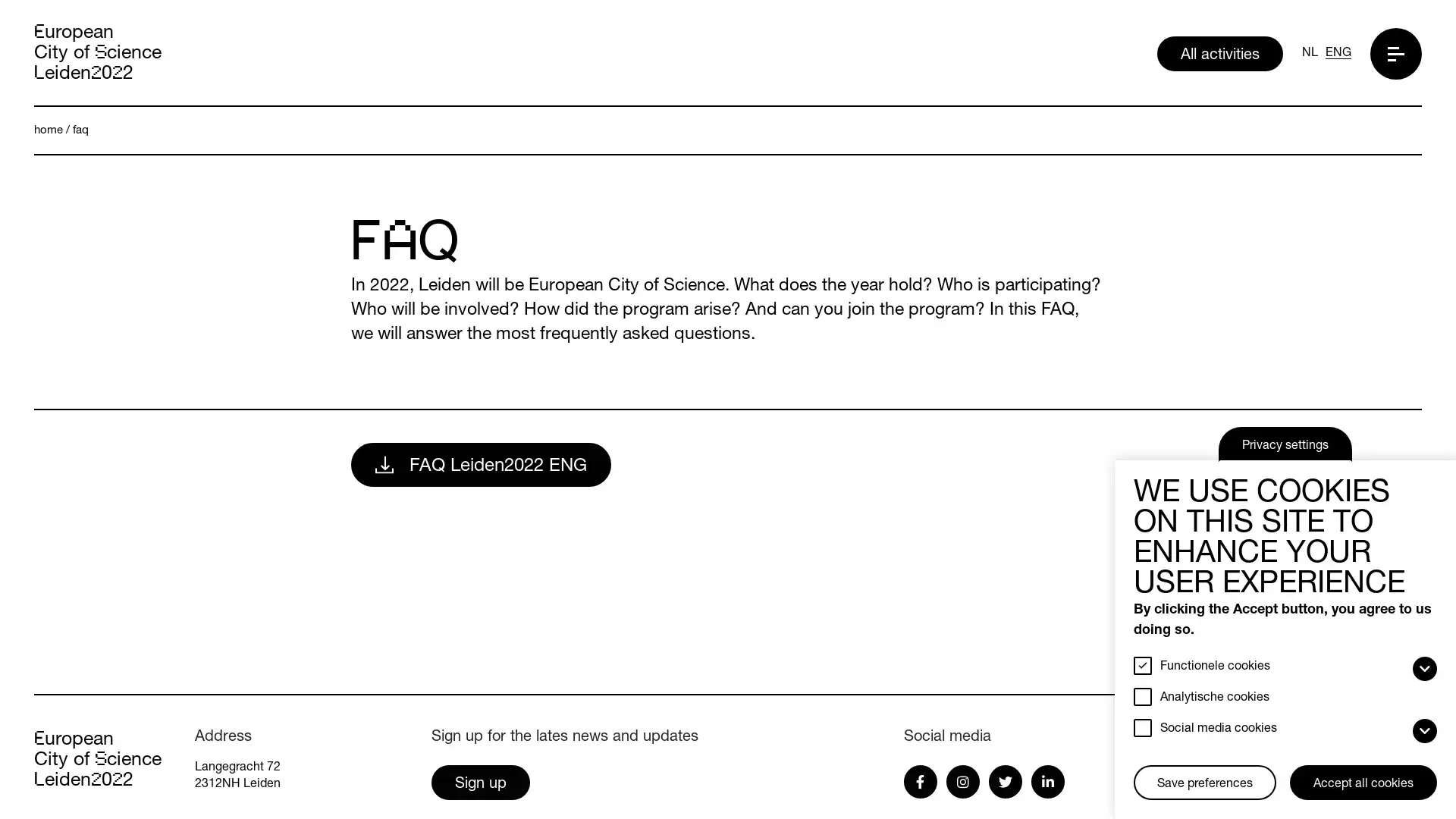  I want to click on Save preferences, so click(1203, 783).